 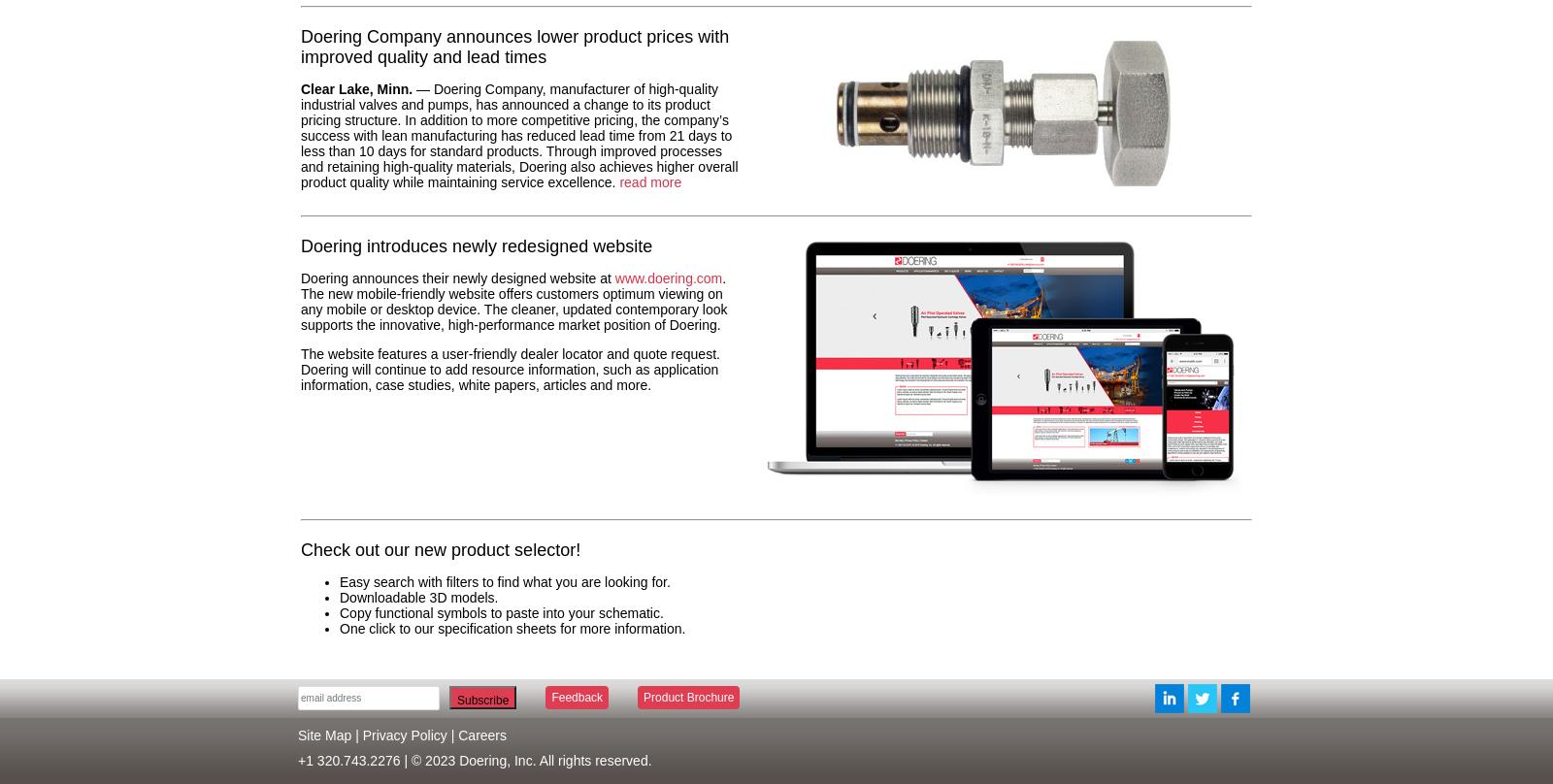 What do you see at coordinates (473, 760) in the screenshot?
I see `'+1 320.743.2276 | © 2023 Doering, Inc. All rights reserved.'` at bounding box center [473, 760].